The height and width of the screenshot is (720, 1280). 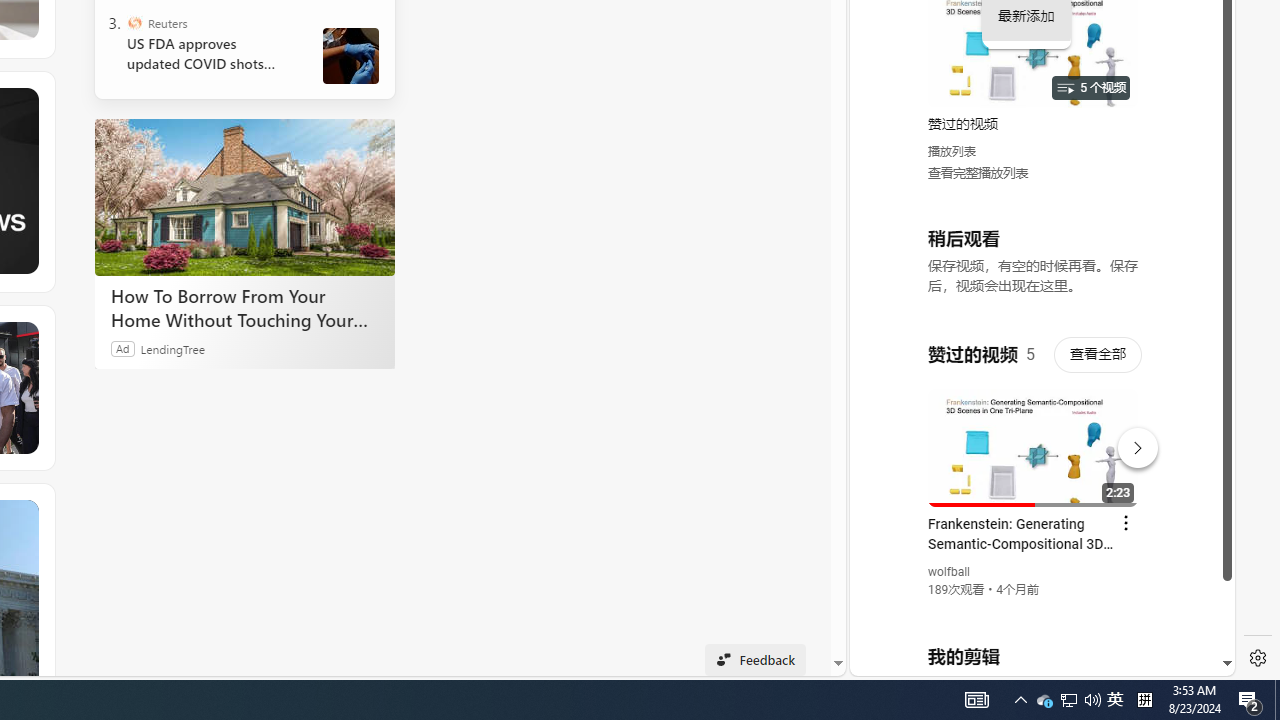 I want to click on 'YouTube - YouTube', so click(x=1034, y=265).